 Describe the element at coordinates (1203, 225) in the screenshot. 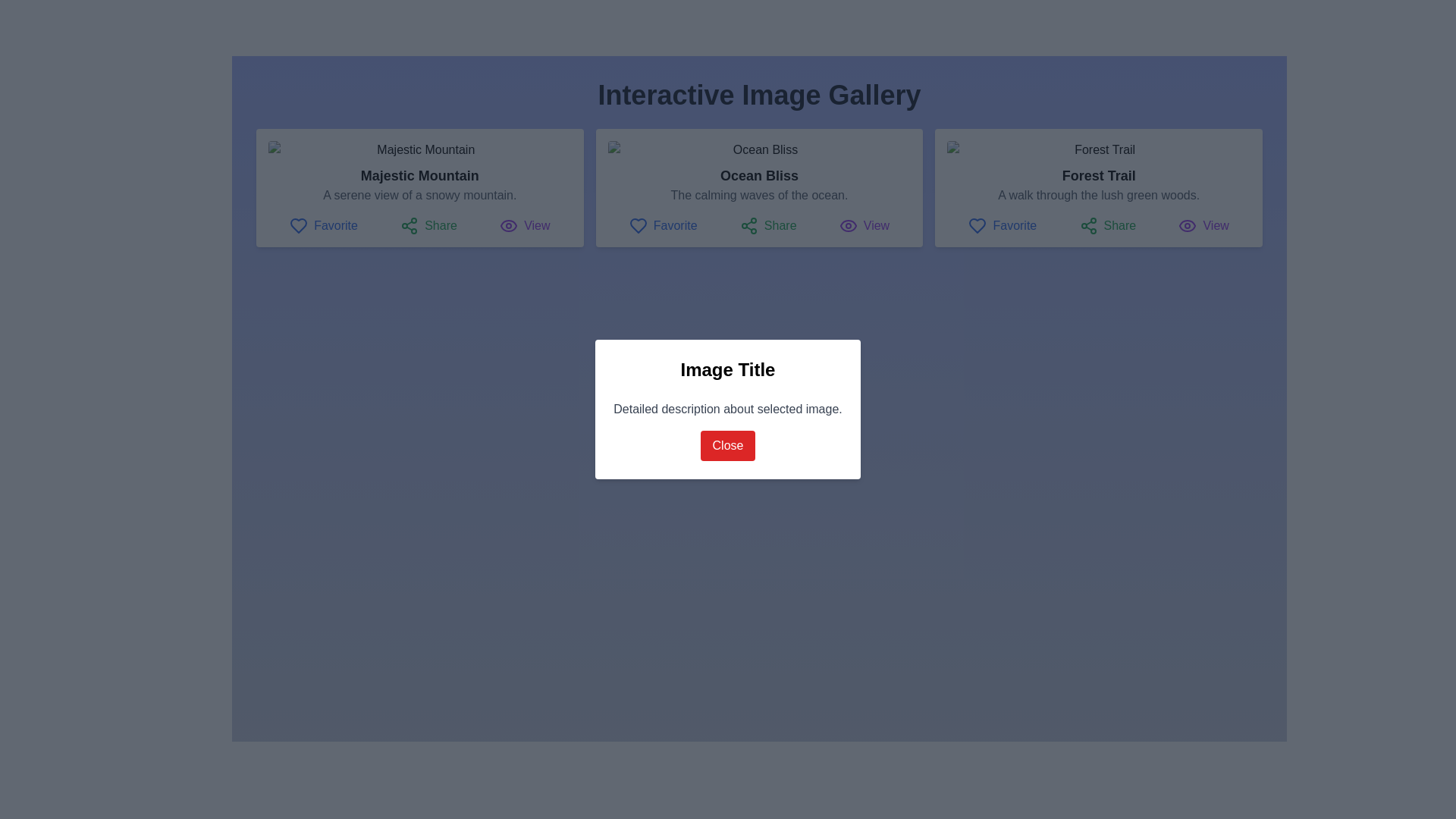

I see `the 'View' button, which is an eye-shaped icon followed by the text in purple color, located below the 'Forest Trail' section and to the right of the 'Share' button` at that location.